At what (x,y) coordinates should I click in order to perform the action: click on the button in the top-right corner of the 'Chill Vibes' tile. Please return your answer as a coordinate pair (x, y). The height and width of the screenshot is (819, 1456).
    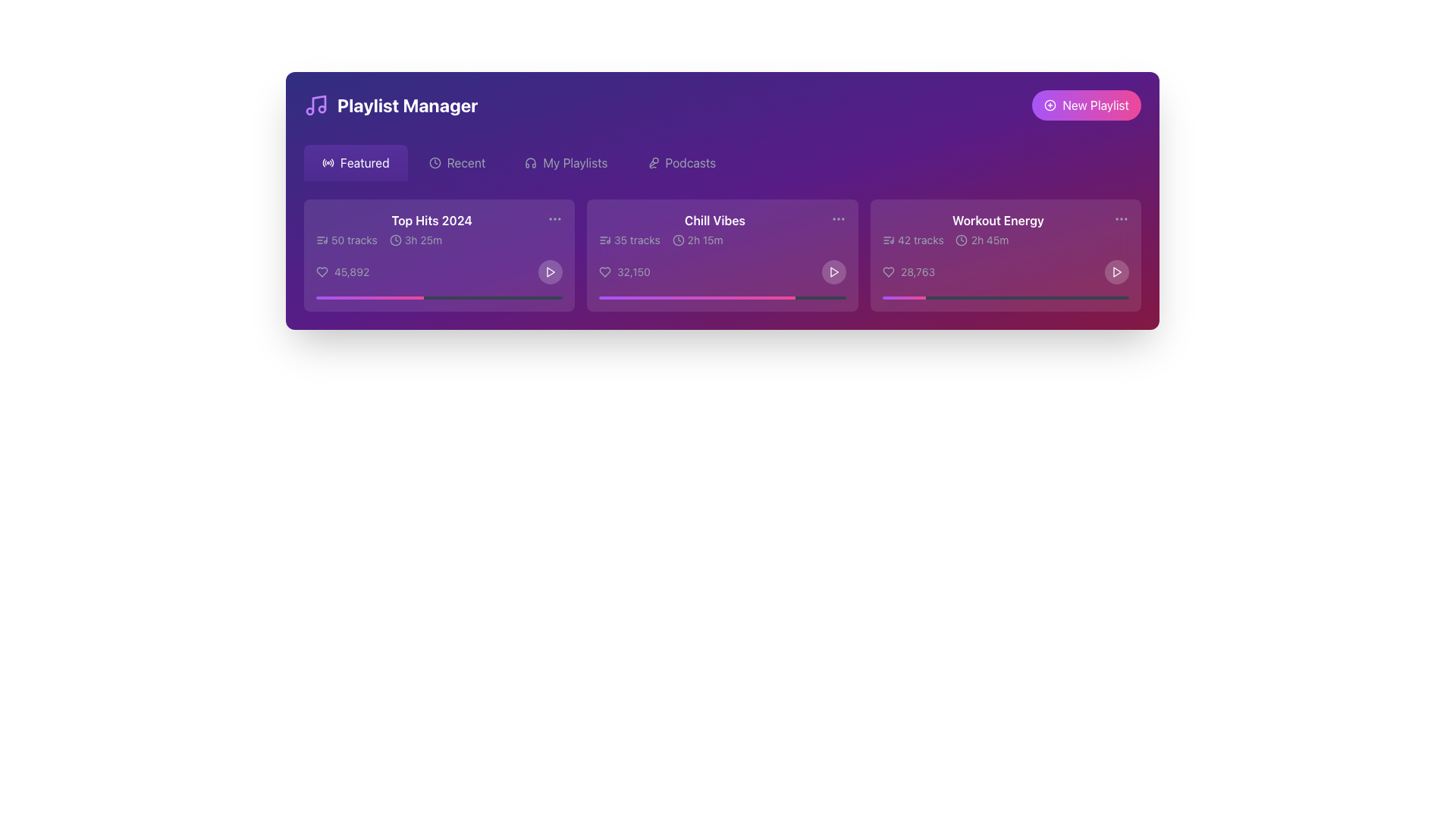
    Looking at the image, I should click on (837, 219).